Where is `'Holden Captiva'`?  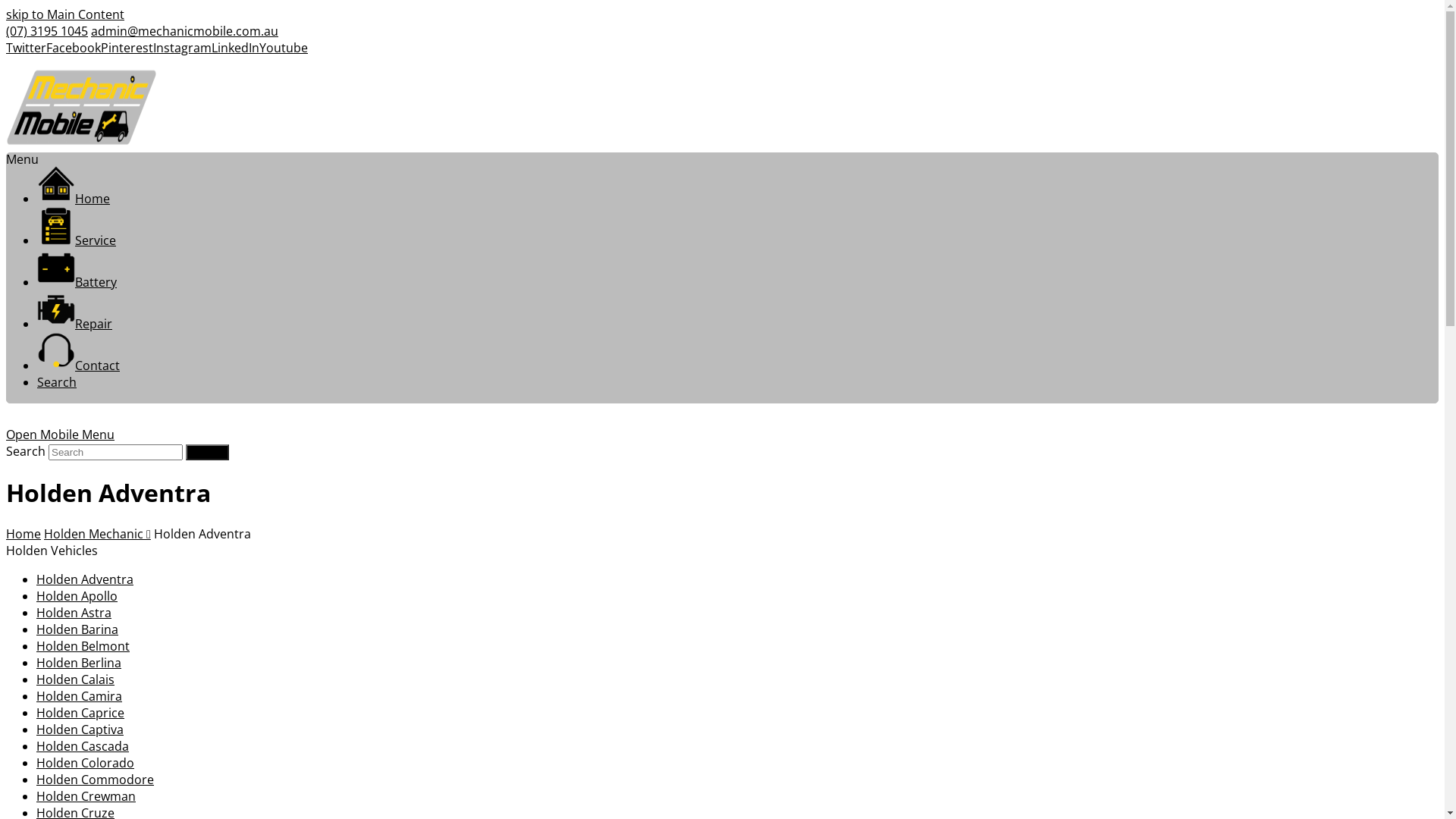 'Holden Captiva' is located at coordinates (79, 728).